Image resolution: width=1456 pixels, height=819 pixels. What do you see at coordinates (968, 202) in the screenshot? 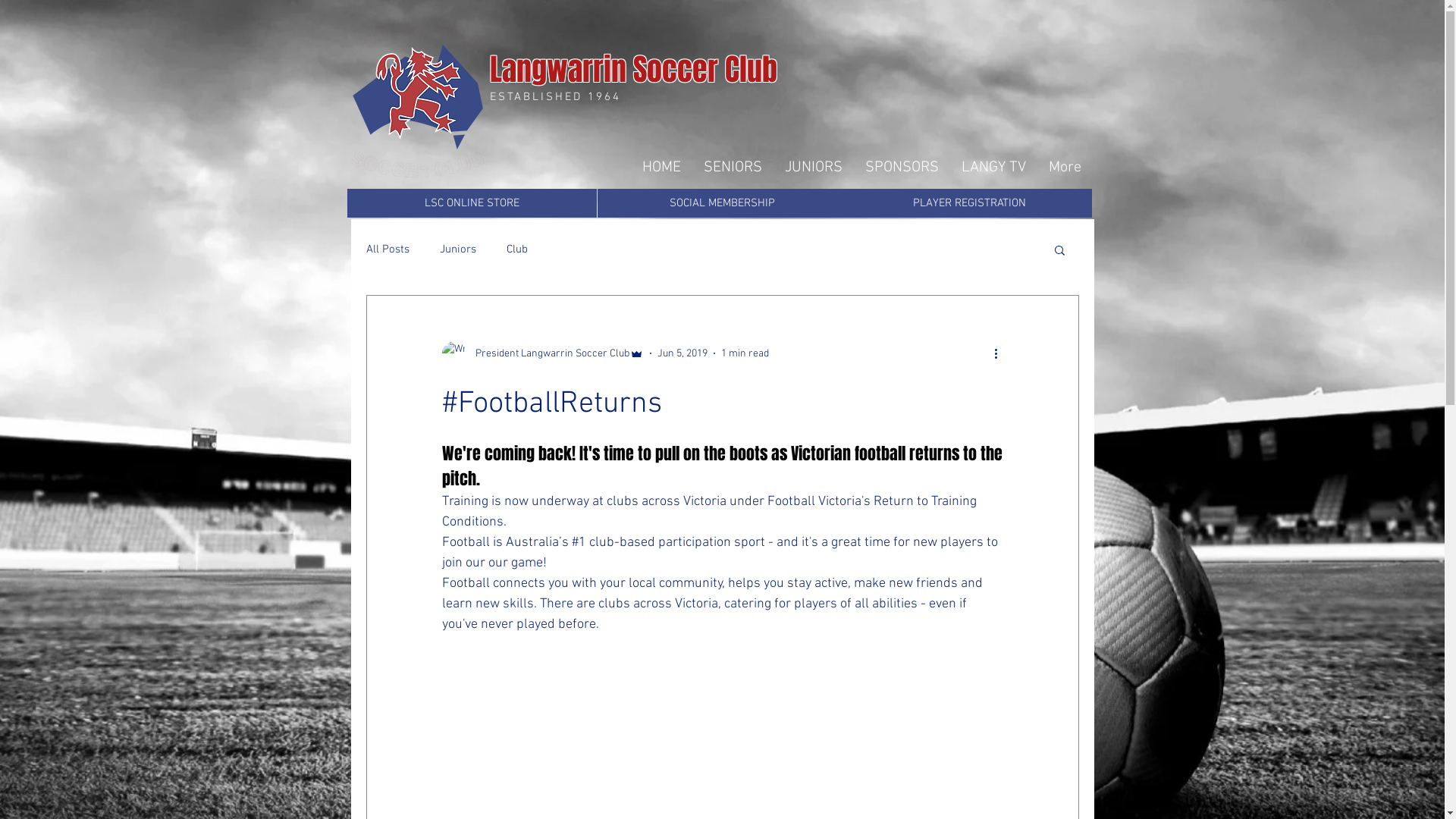
I see `'PLAYER REGISTRATION'` at bounding box center [968, 202].